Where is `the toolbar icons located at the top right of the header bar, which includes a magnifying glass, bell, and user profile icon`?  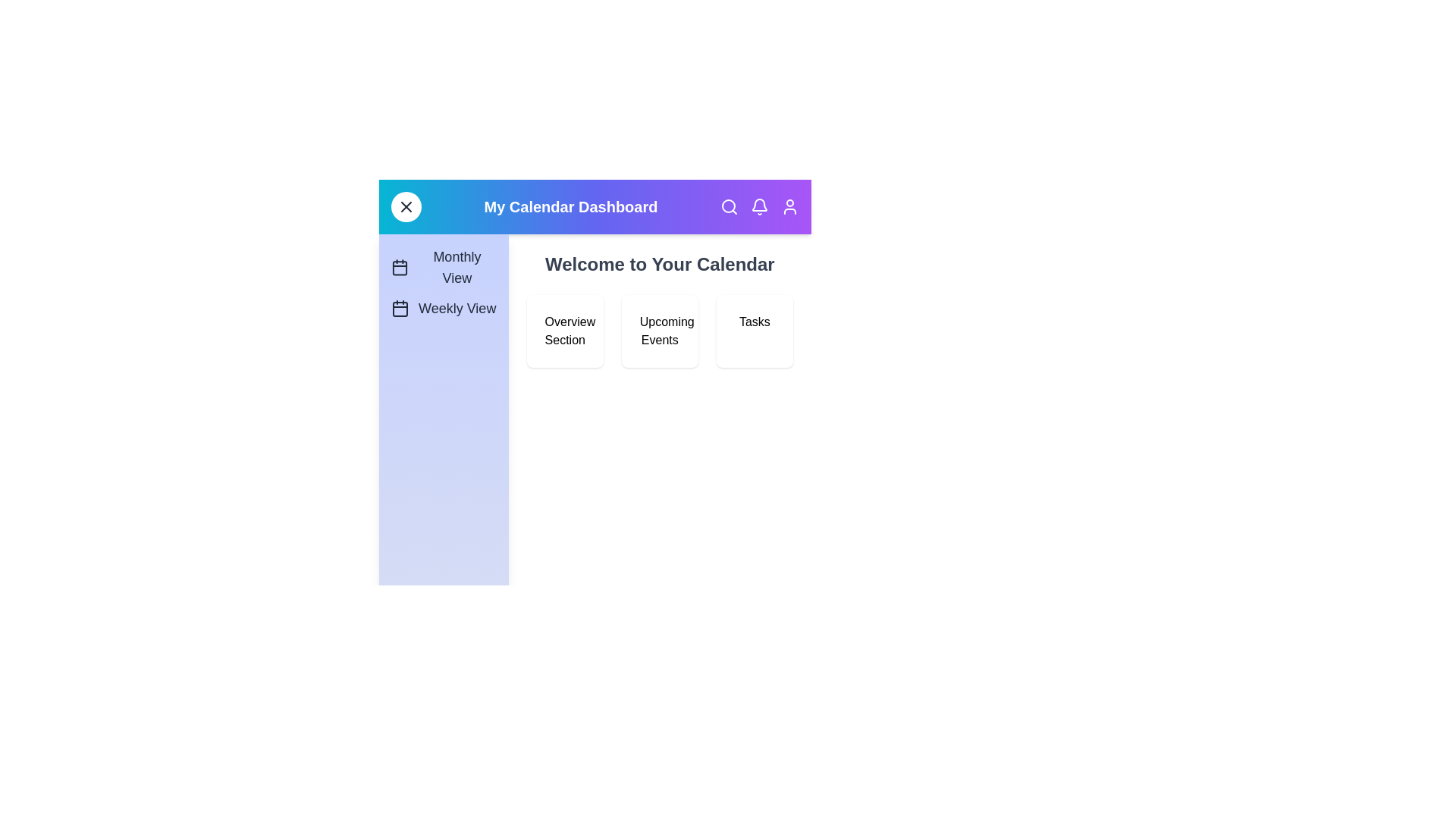
the toolbar icons located at the top right of the header bar, which includes a magnifying glass, bell, and user profile icon is located at coordinates (759, 207).